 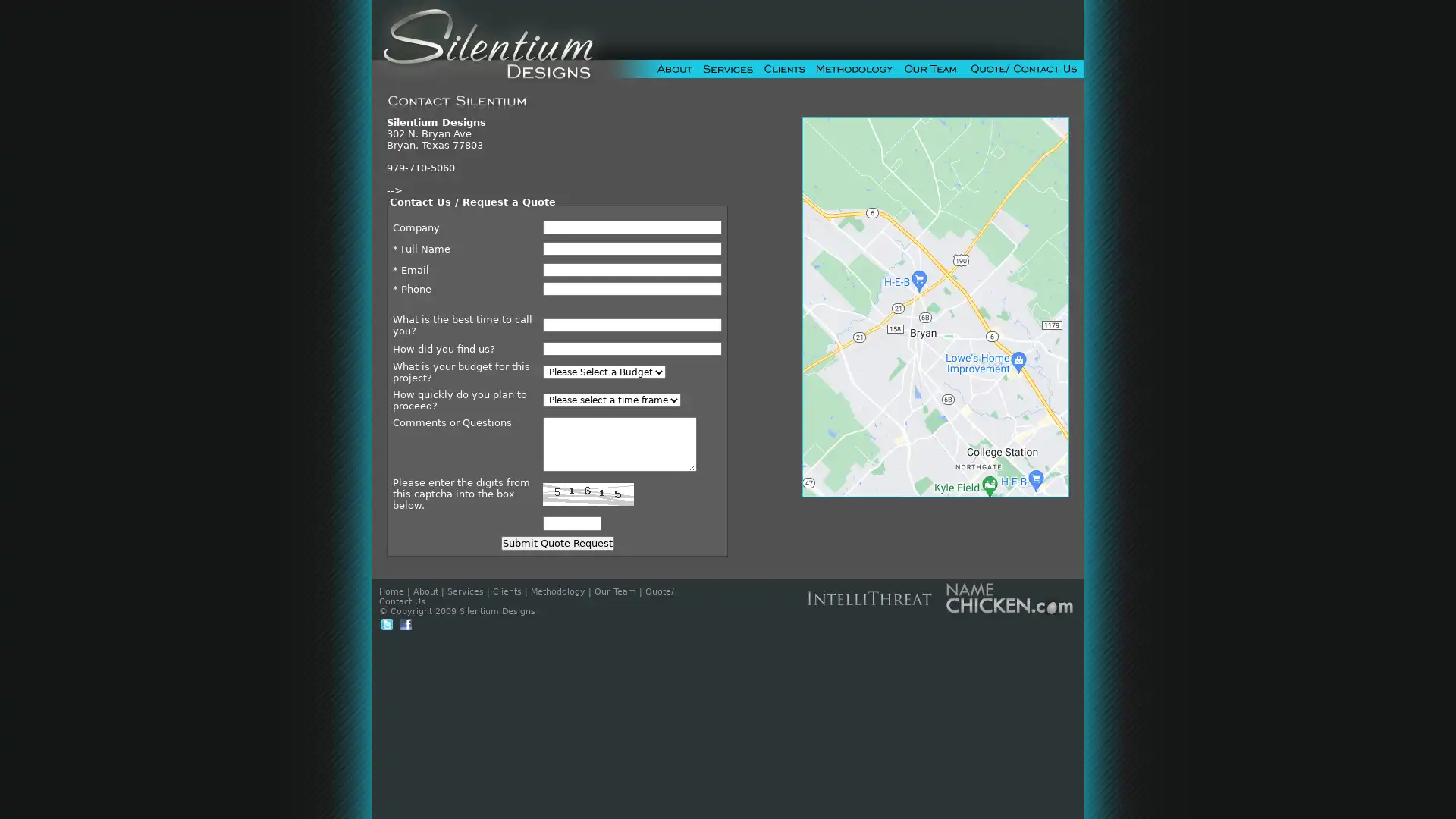 What do you see at coordinates (556, 542) in the screenshot?
I see `Submit Quote Request` at bounding box center [556, 542].